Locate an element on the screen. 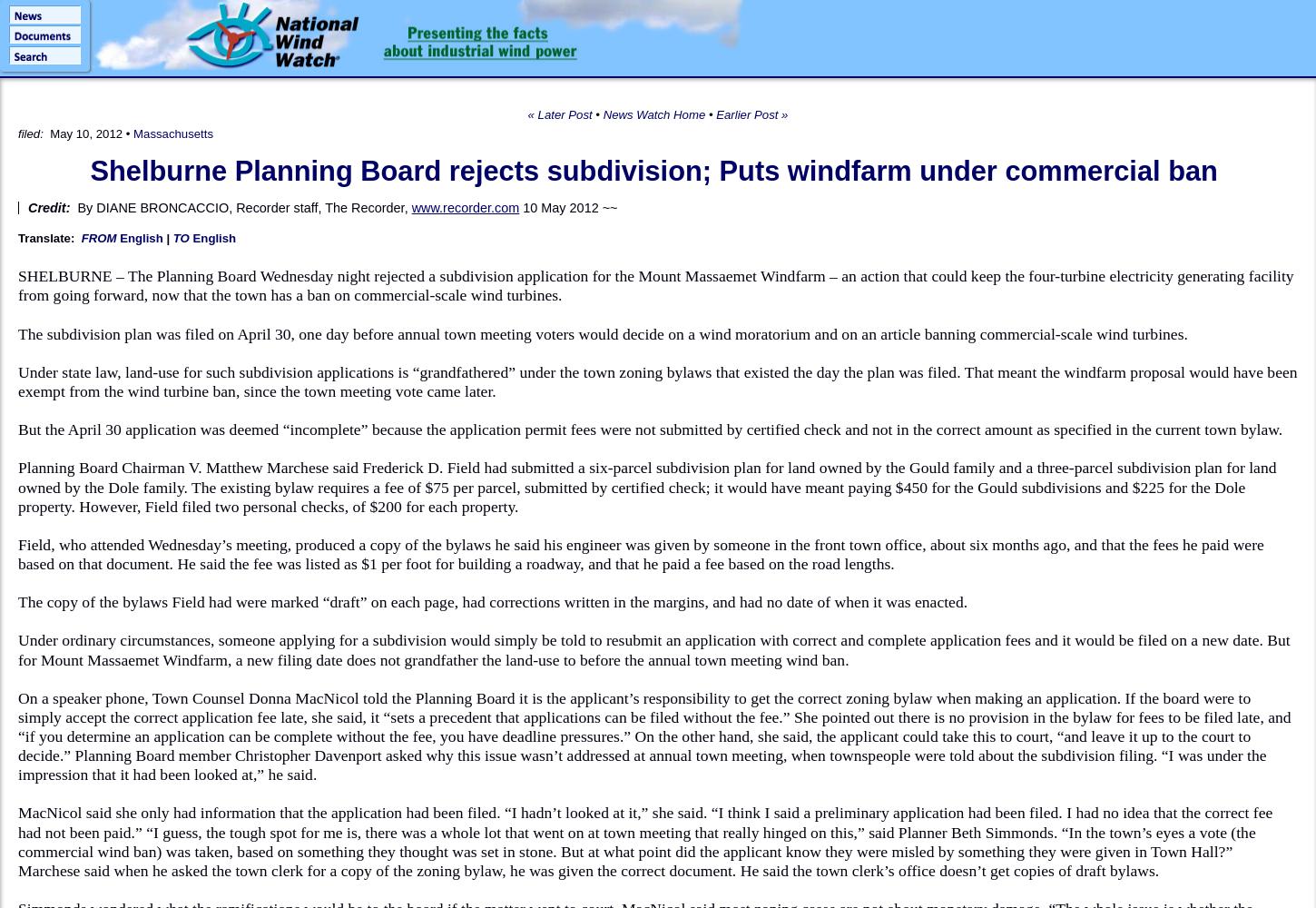  'Earlier Post »' is located at coordinates (751, 114).